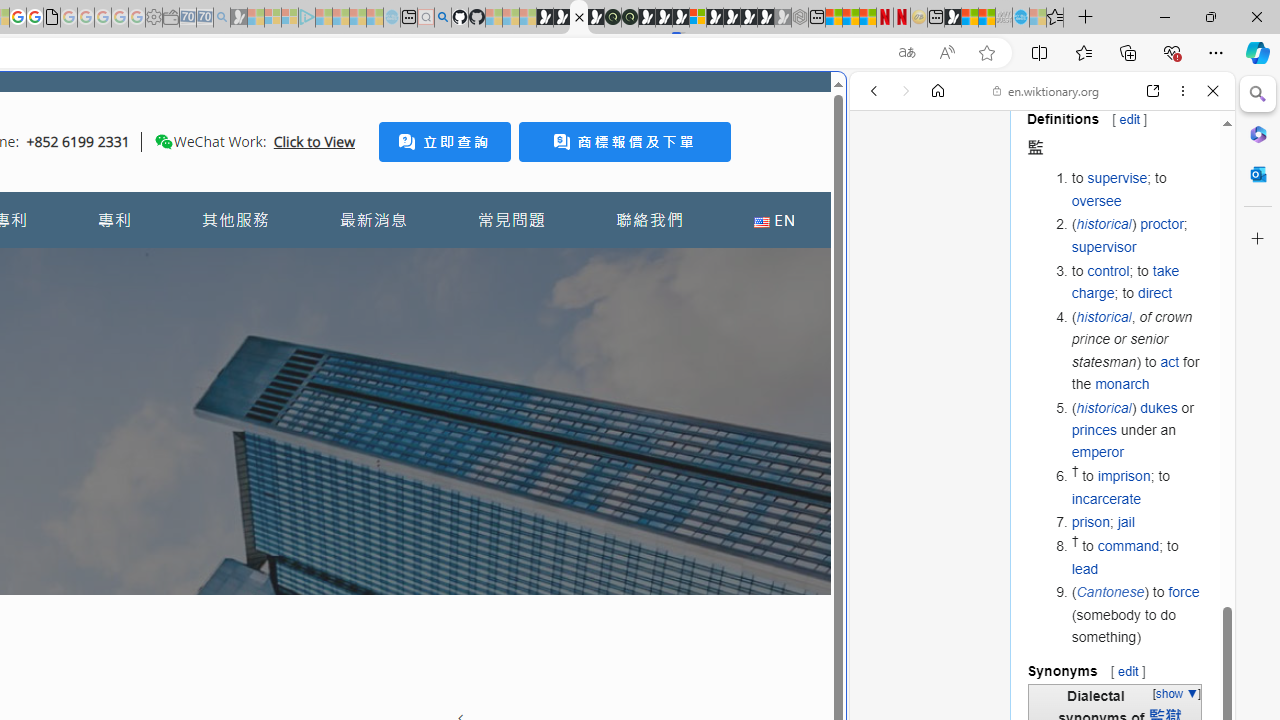 This screenshot has height=720, width=1280. What do you see at coordinates (1137, 189) in the screenshot?
I see `'to supervise; to oversee'` at bounding box center [1137, 189].